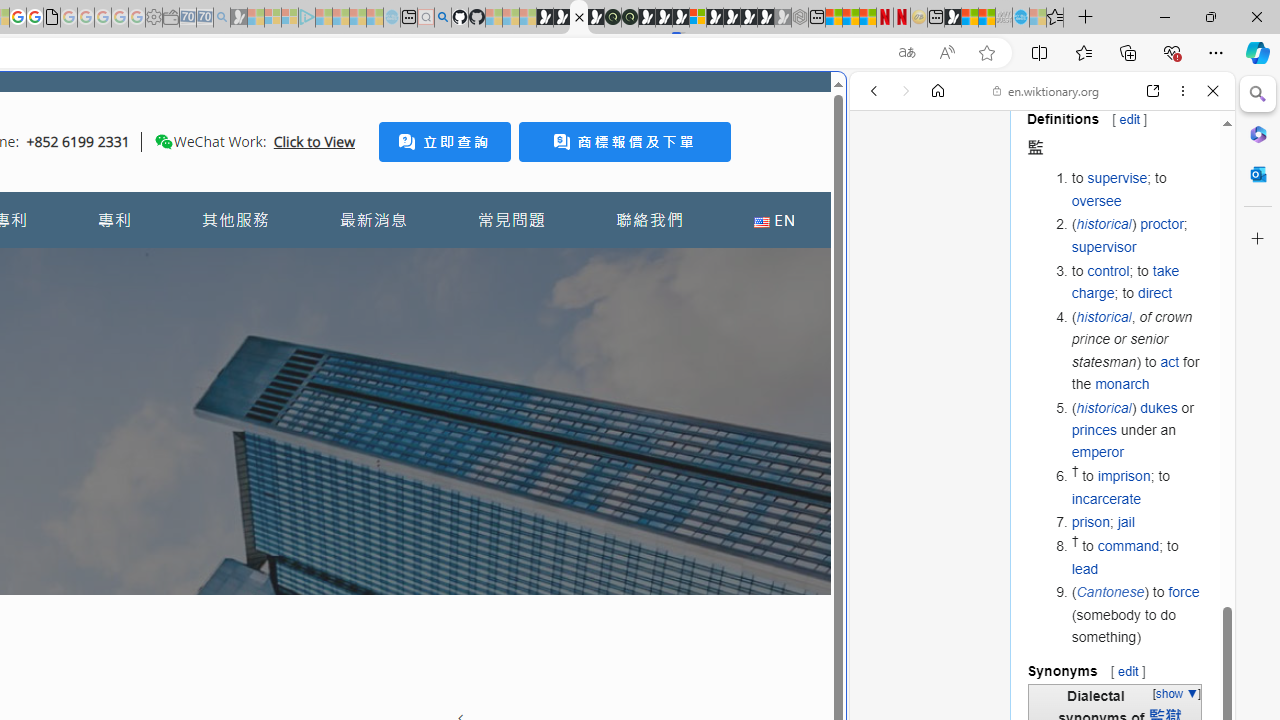 This screenshot has height=720, width=1280. What do you see at coordinates (1137, 189) in the screenshot?
I see `'to supervise; to oversee'` at bounding box center [1137, 189].